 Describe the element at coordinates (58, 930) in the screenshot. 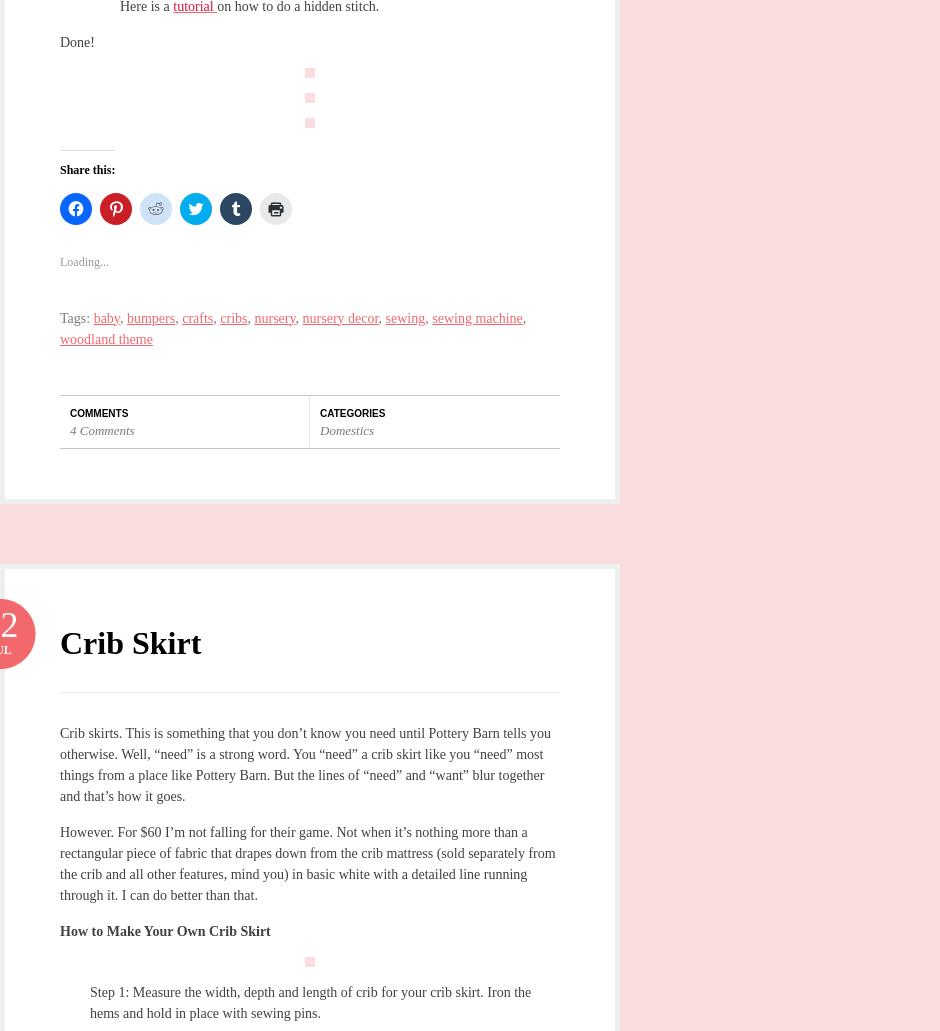

I see `'How to Make Your Own Crib Skirt'` at that location.